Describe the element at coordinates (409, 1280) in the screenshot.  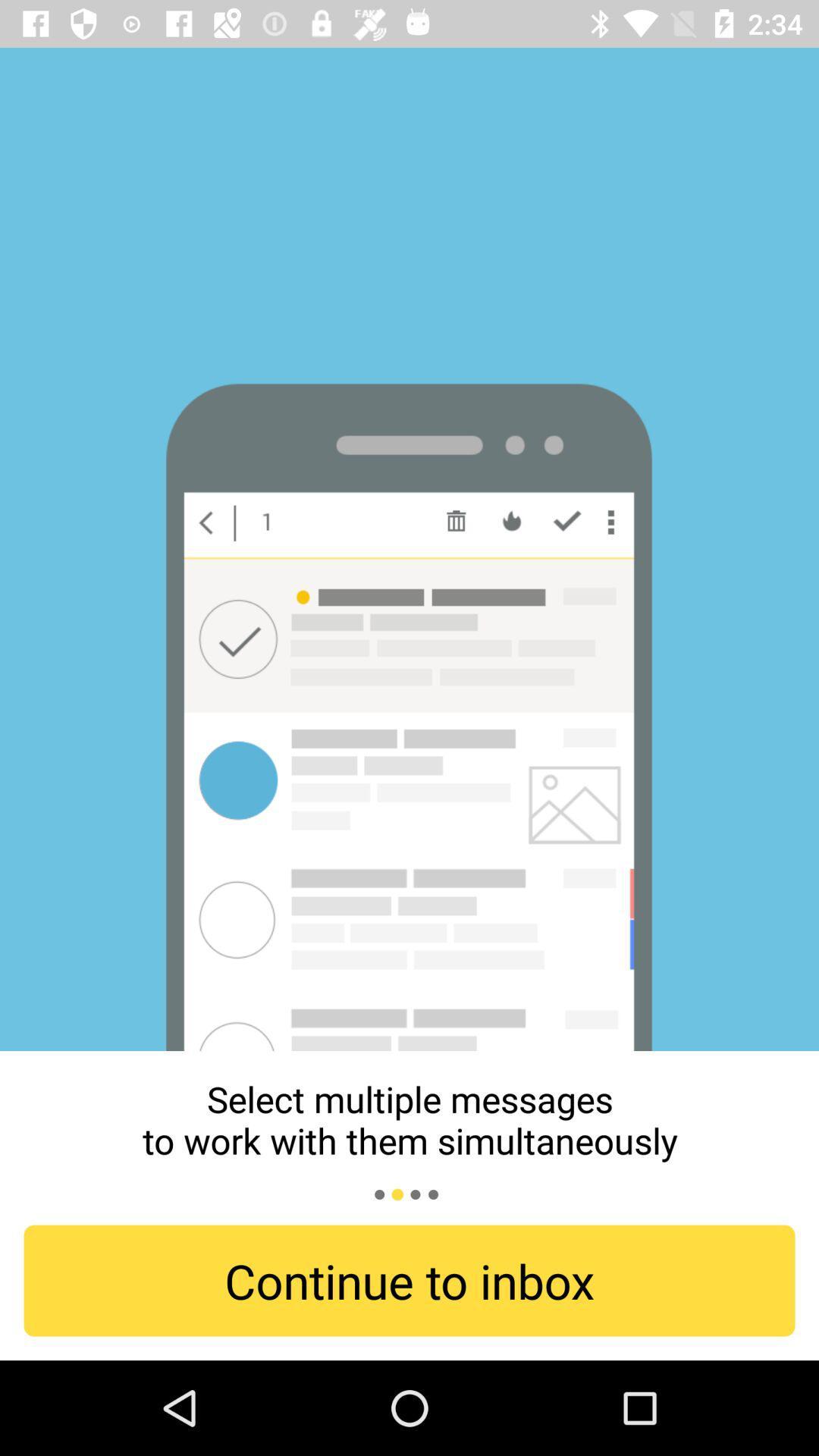
I see `continue to inbox item` at that location.